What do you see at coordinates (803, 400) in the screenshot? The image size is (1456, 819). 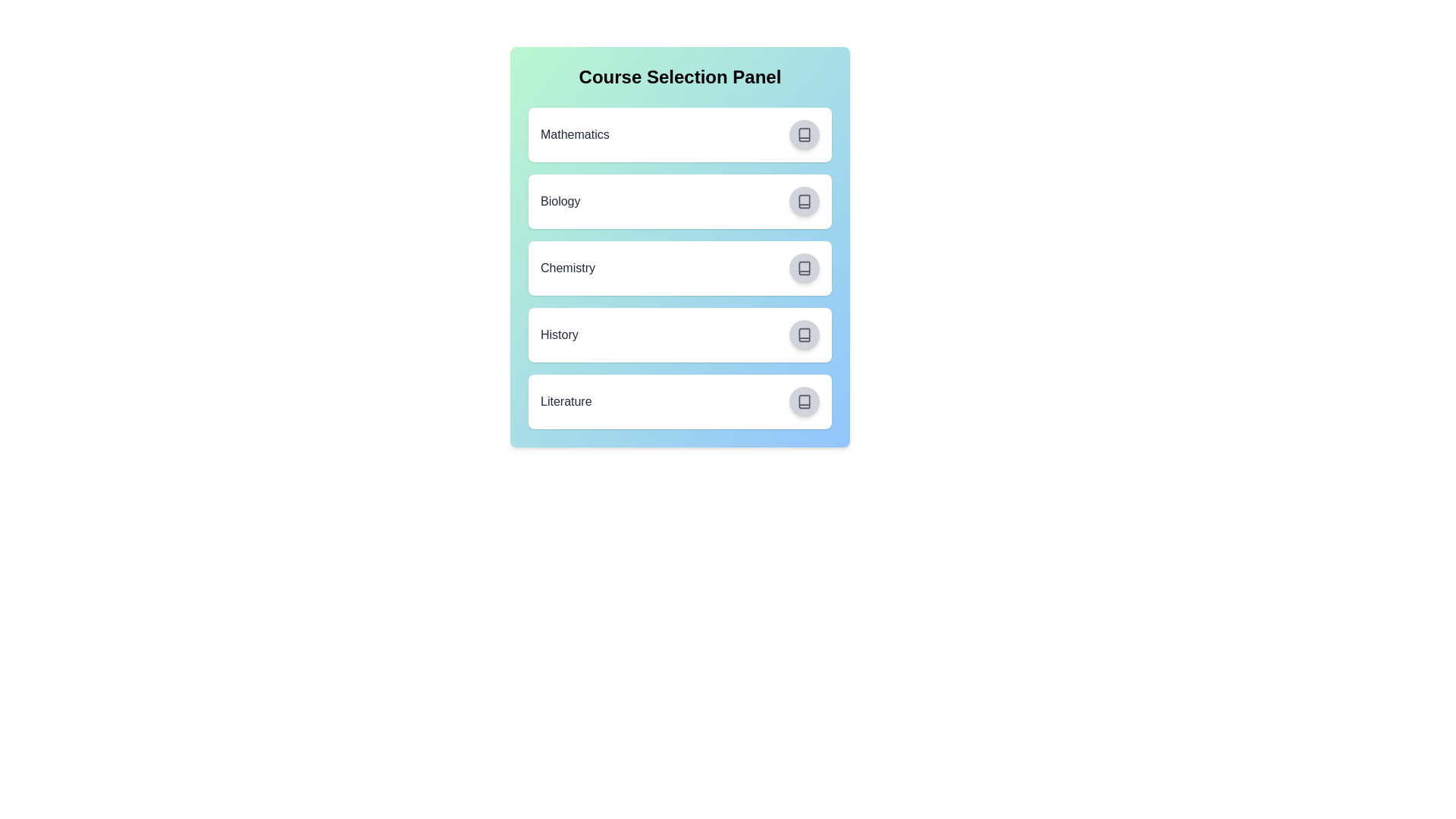 I see `the button corresponding to Literature` at bounding box center [803, 400].